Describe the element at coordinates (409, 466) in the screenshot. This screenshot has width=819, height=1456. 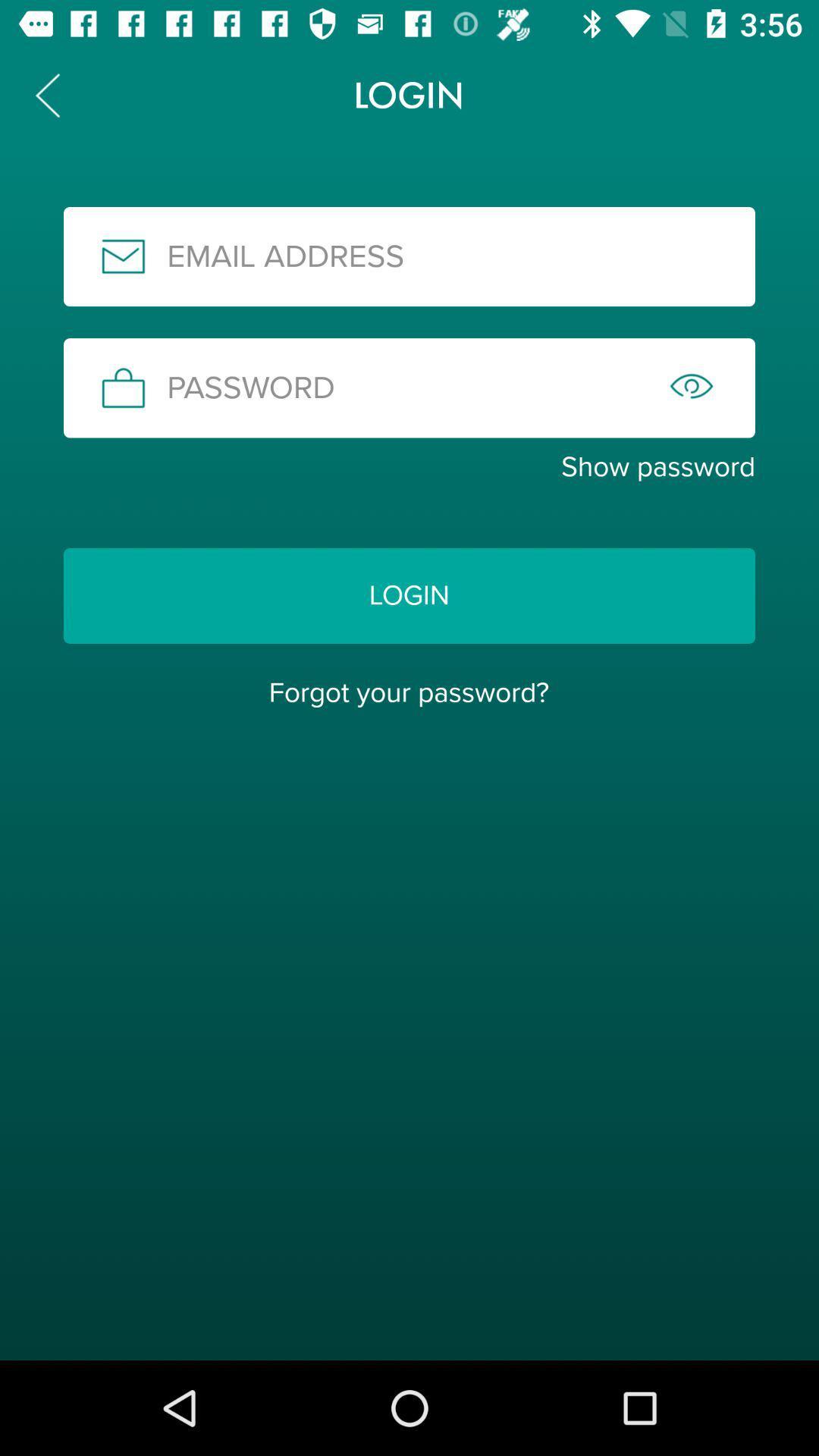
I see `show password icon` at that location.